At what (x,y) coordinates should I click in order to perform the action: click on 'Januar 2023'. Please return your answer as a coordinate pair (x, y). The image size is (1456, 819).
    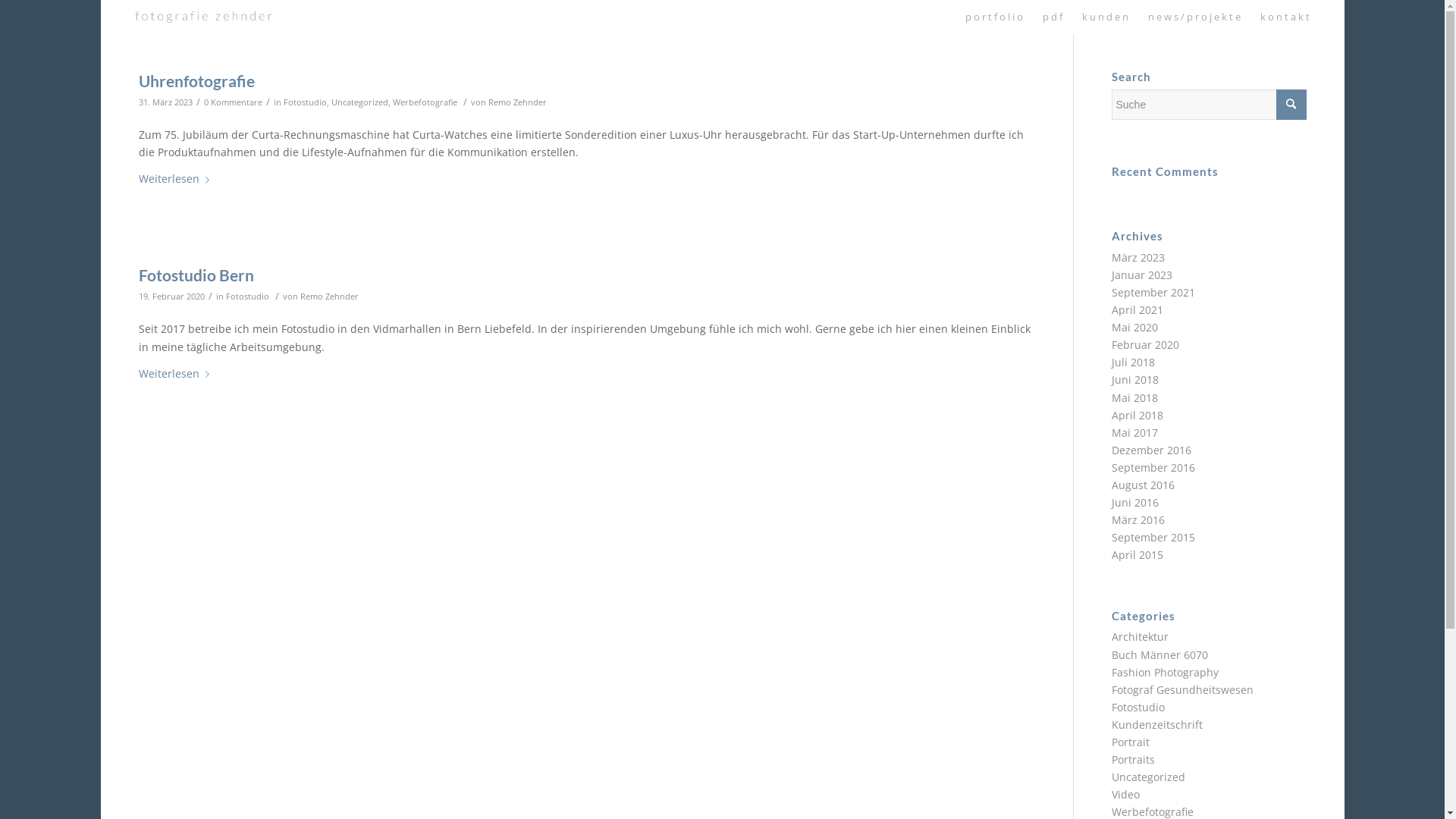
    Looking at the image, I should click on (1142, 275).